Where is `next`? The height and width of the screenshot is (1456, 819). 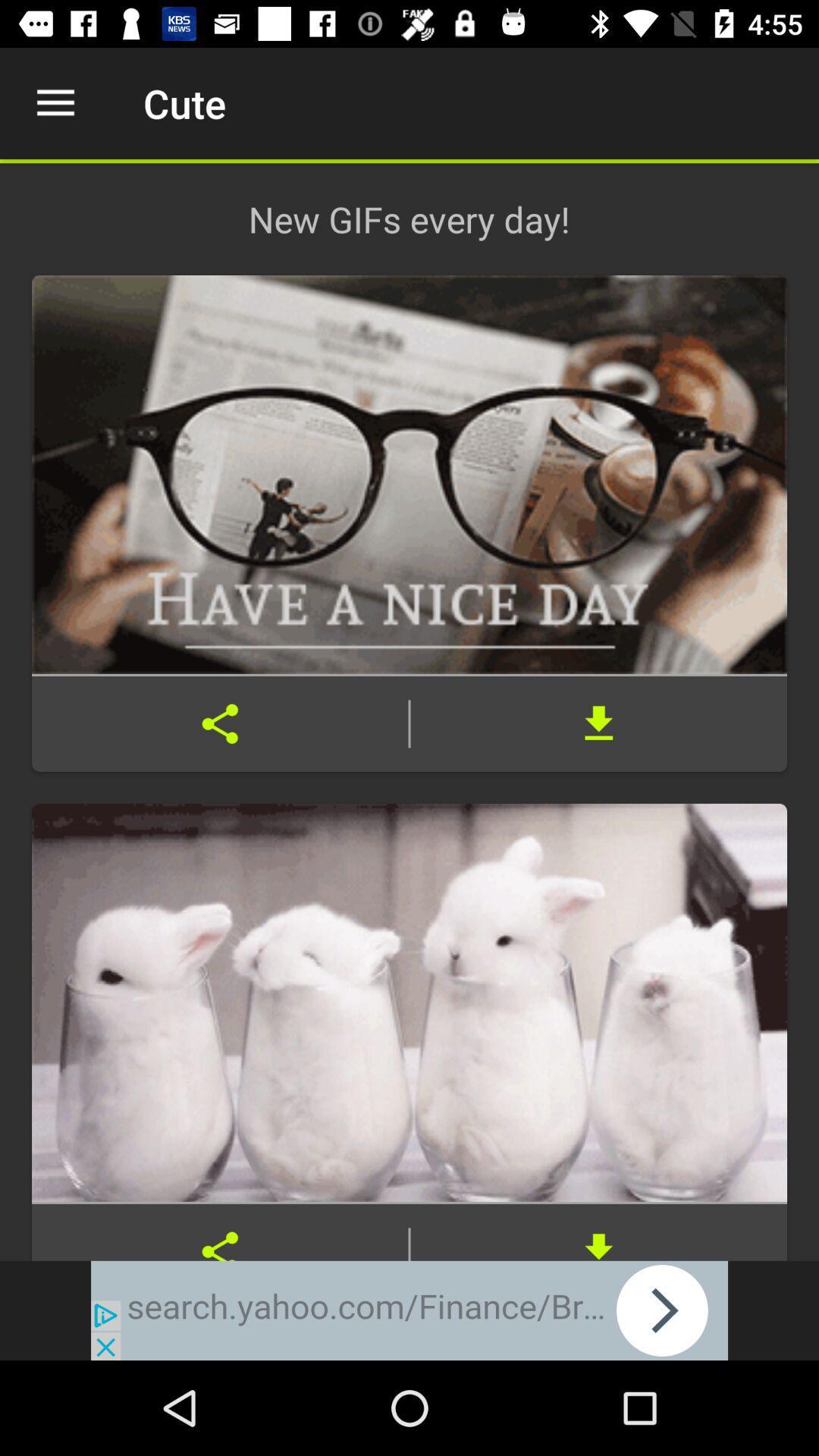
next is located at coordinates (409, 1310).